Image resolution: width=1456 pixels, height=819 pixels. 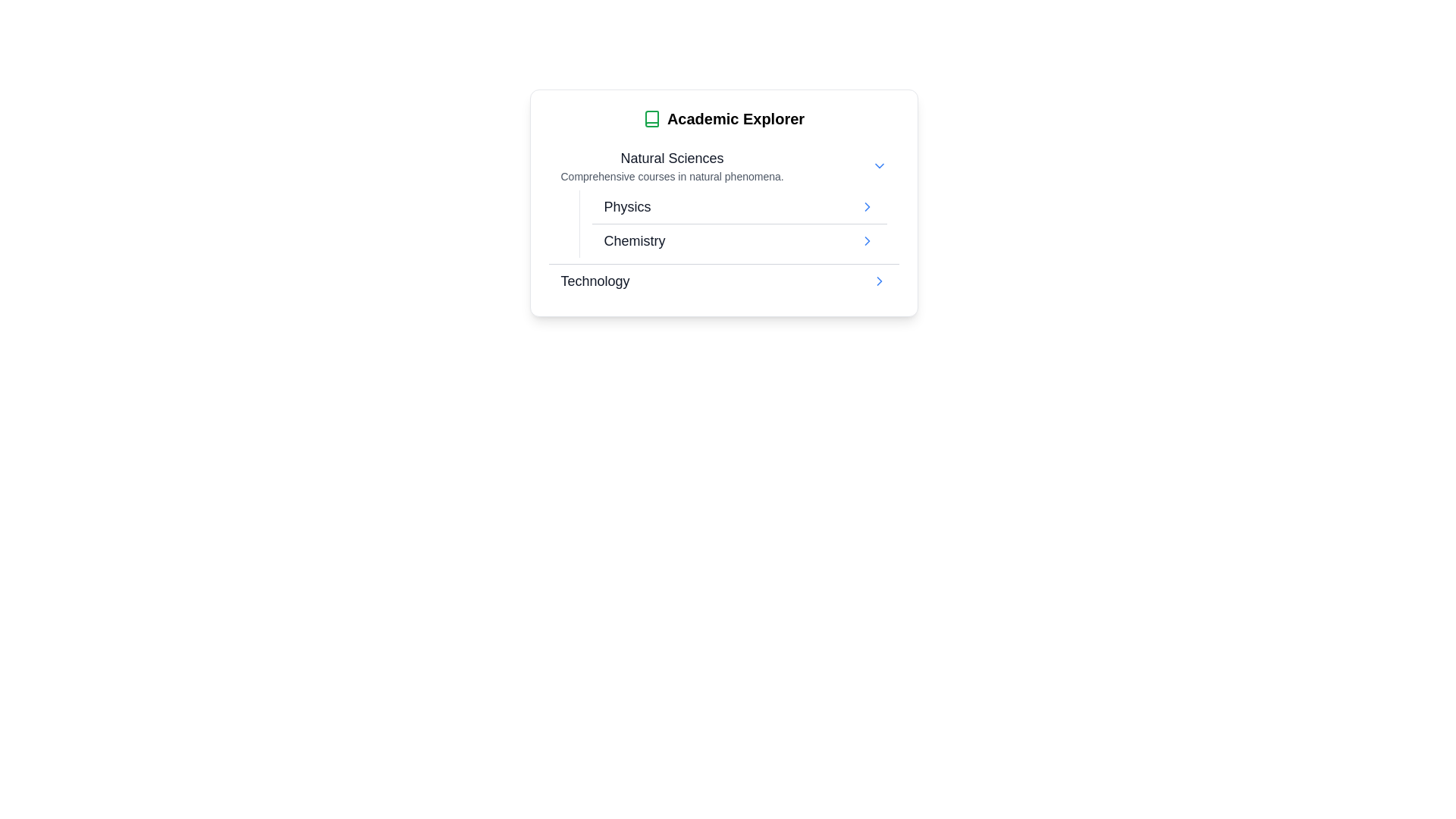 What do you see at coordinates (867, 240) in the screenshot?
I see `the right-facing blue chevron icon next to the text 'Chemistry'` at bounding box center [867, 240].